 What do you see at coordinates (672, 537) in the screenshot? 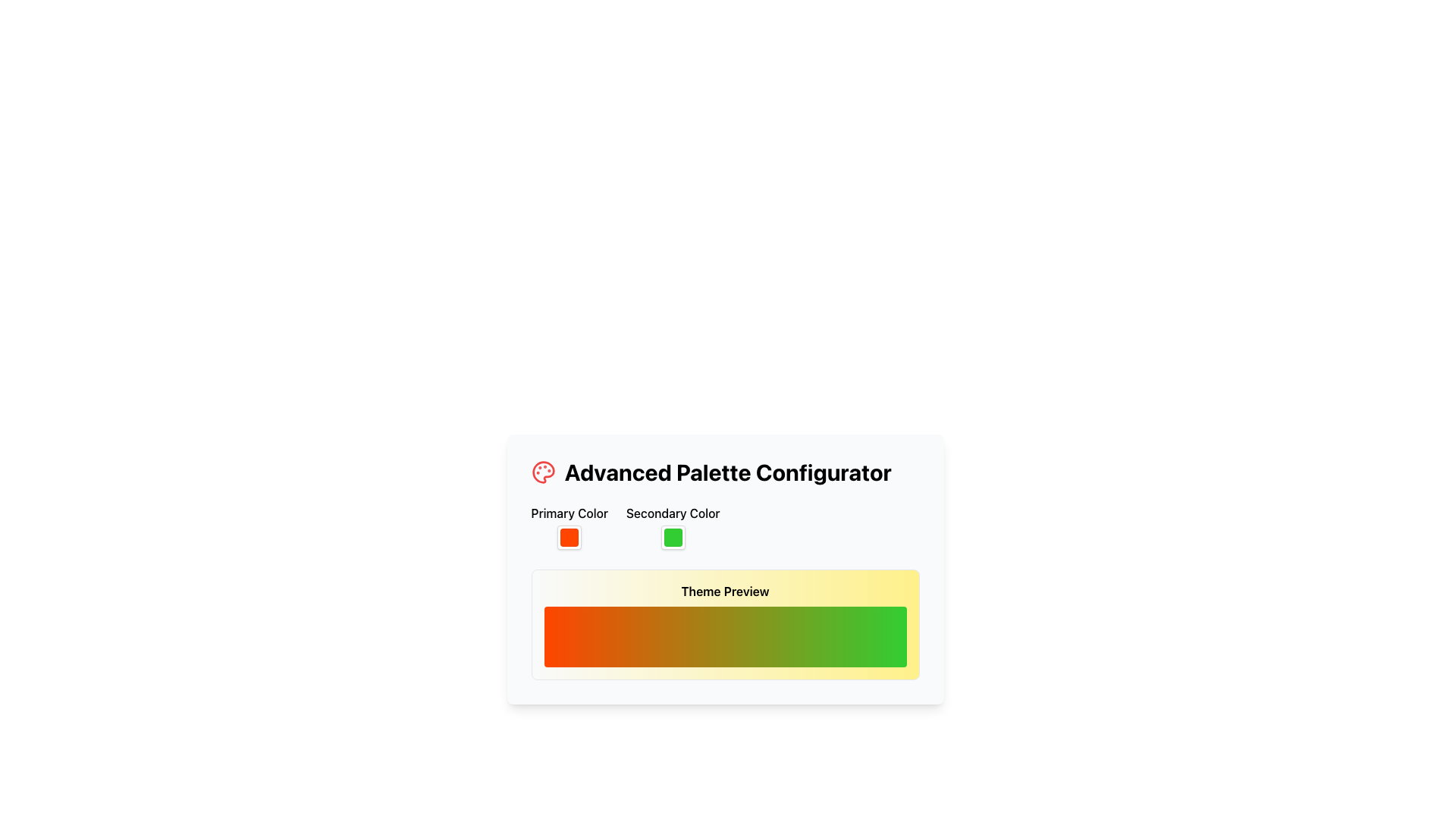
I see `the Color block indicator` at bounding box center [672, 537].